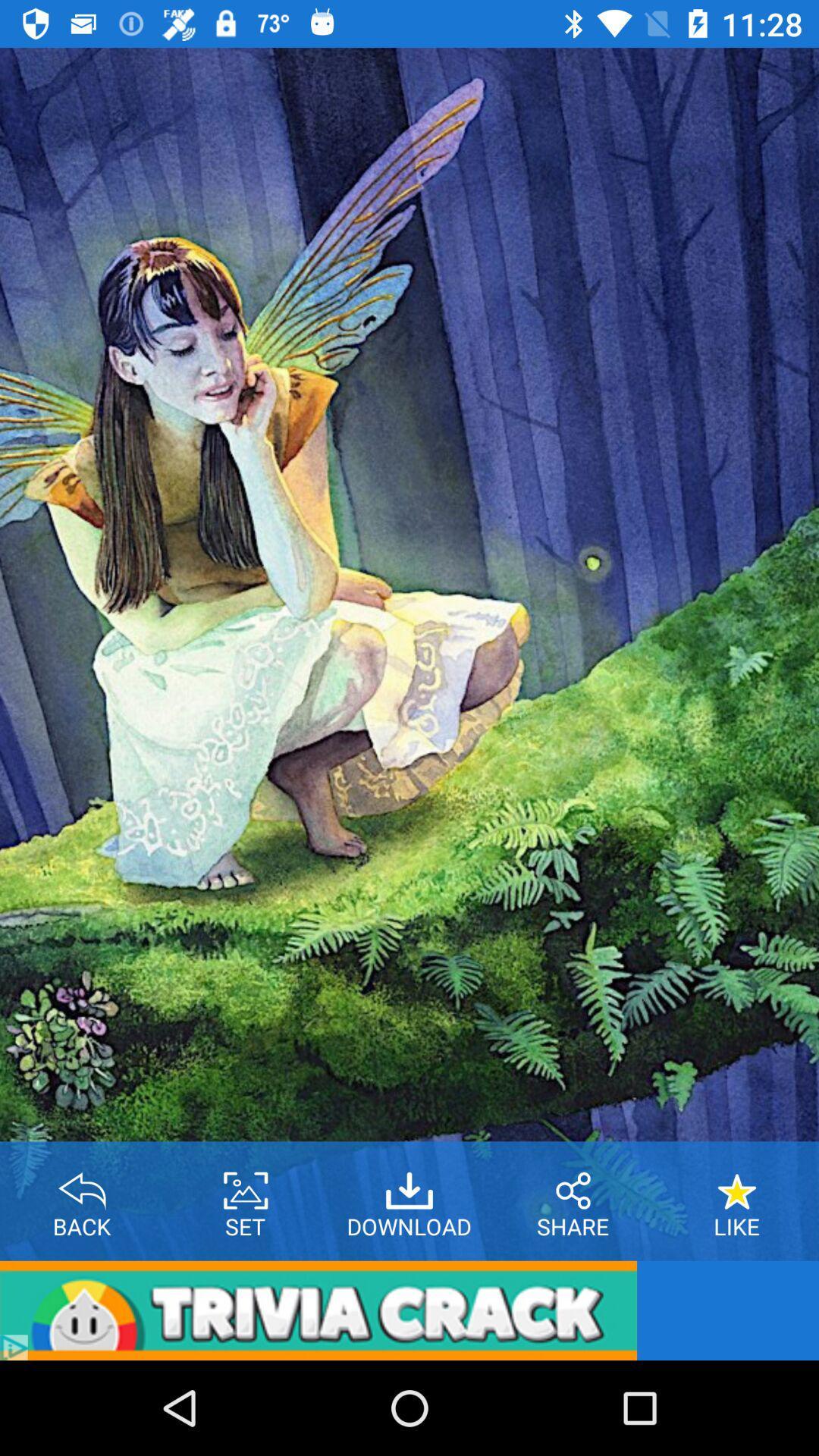 The image size is (819, 1456). Describe the element at coordinates (573, 1185) in the screenshot. I see `share photo` at that location.